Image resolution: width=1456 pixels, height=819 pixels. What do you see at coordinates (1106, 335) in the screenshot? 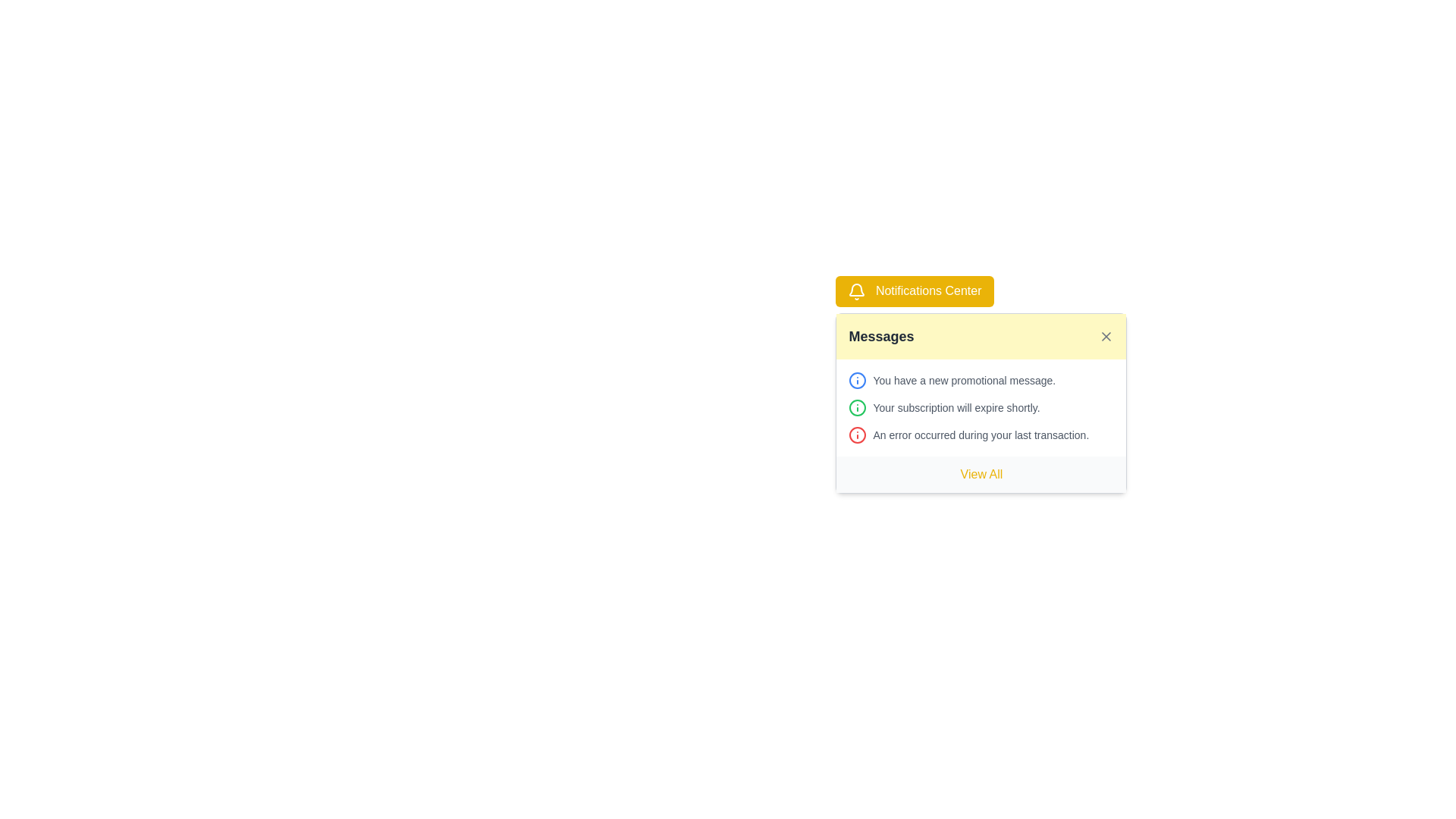
I see `the close button located at the top-right corner of the notification panel` at bounding box center [1106, 335].